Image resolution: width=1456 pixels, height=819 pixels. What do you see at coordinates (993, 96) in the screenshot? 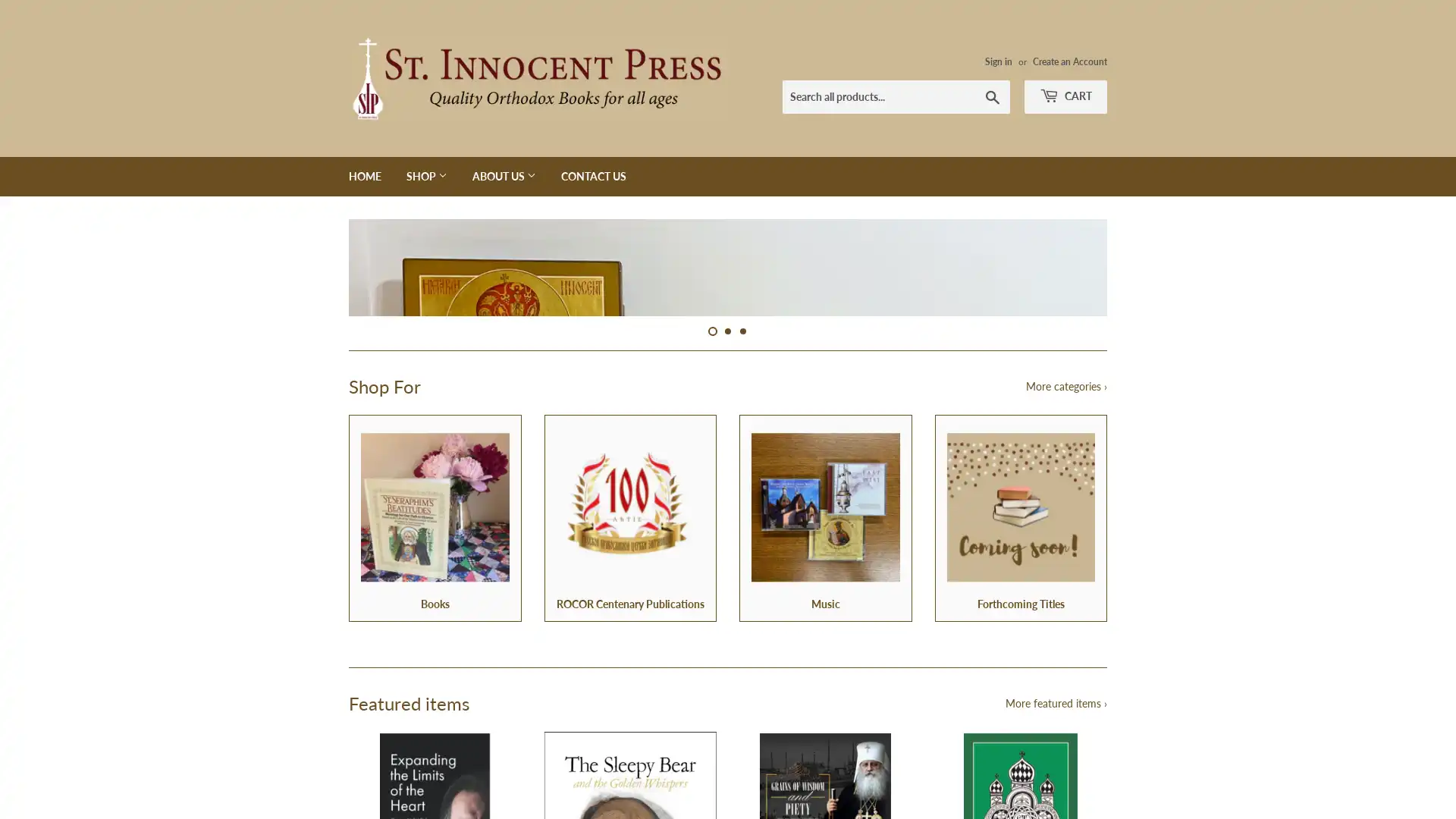
I see `Search` at bounding box center [993, 96].